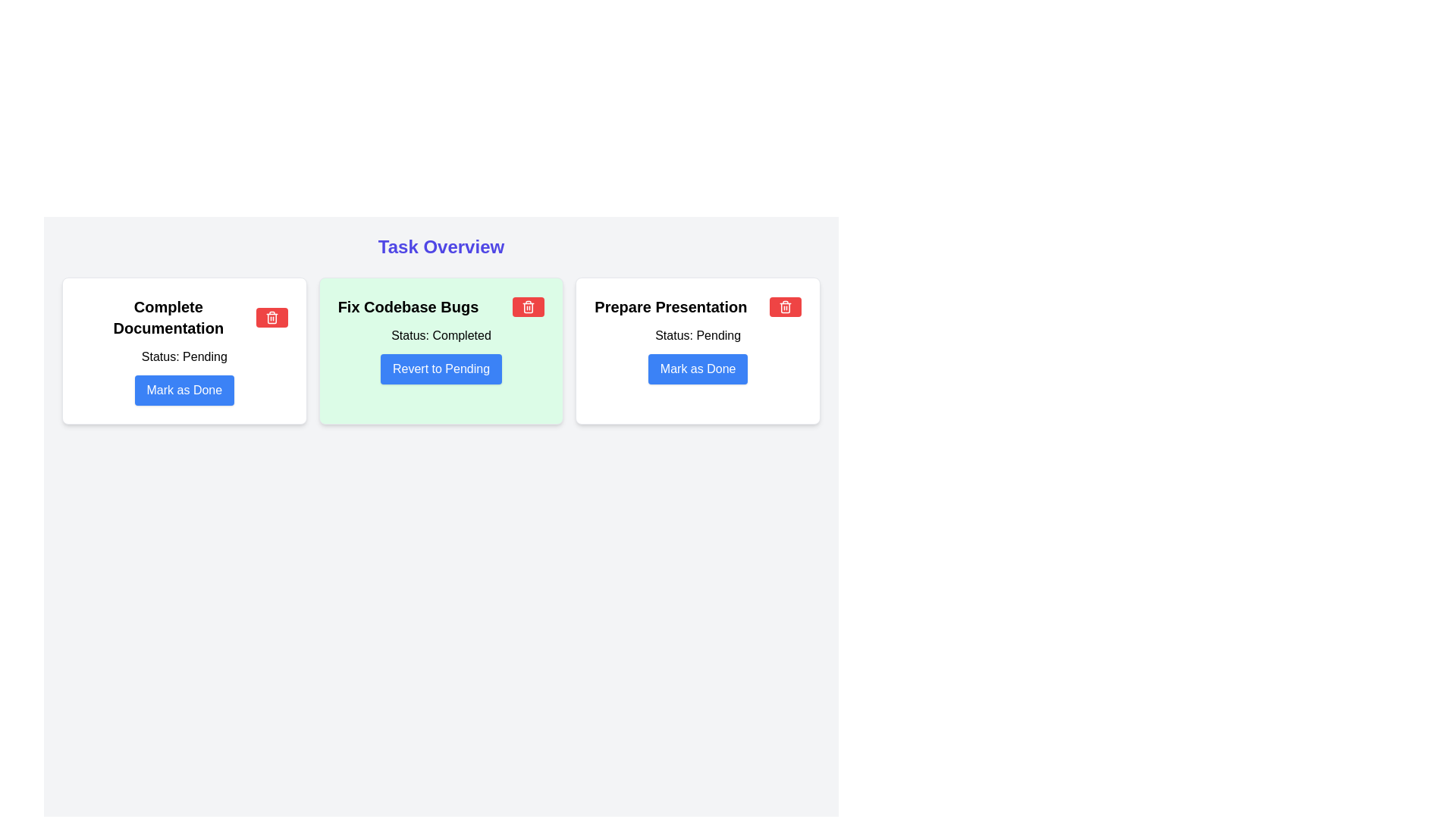 The image size is (1456, 819). I want to click on the 'Pending' text label indicating the current status of the associated task, located under the 'Complete Documentation' section, so click(204, 356).